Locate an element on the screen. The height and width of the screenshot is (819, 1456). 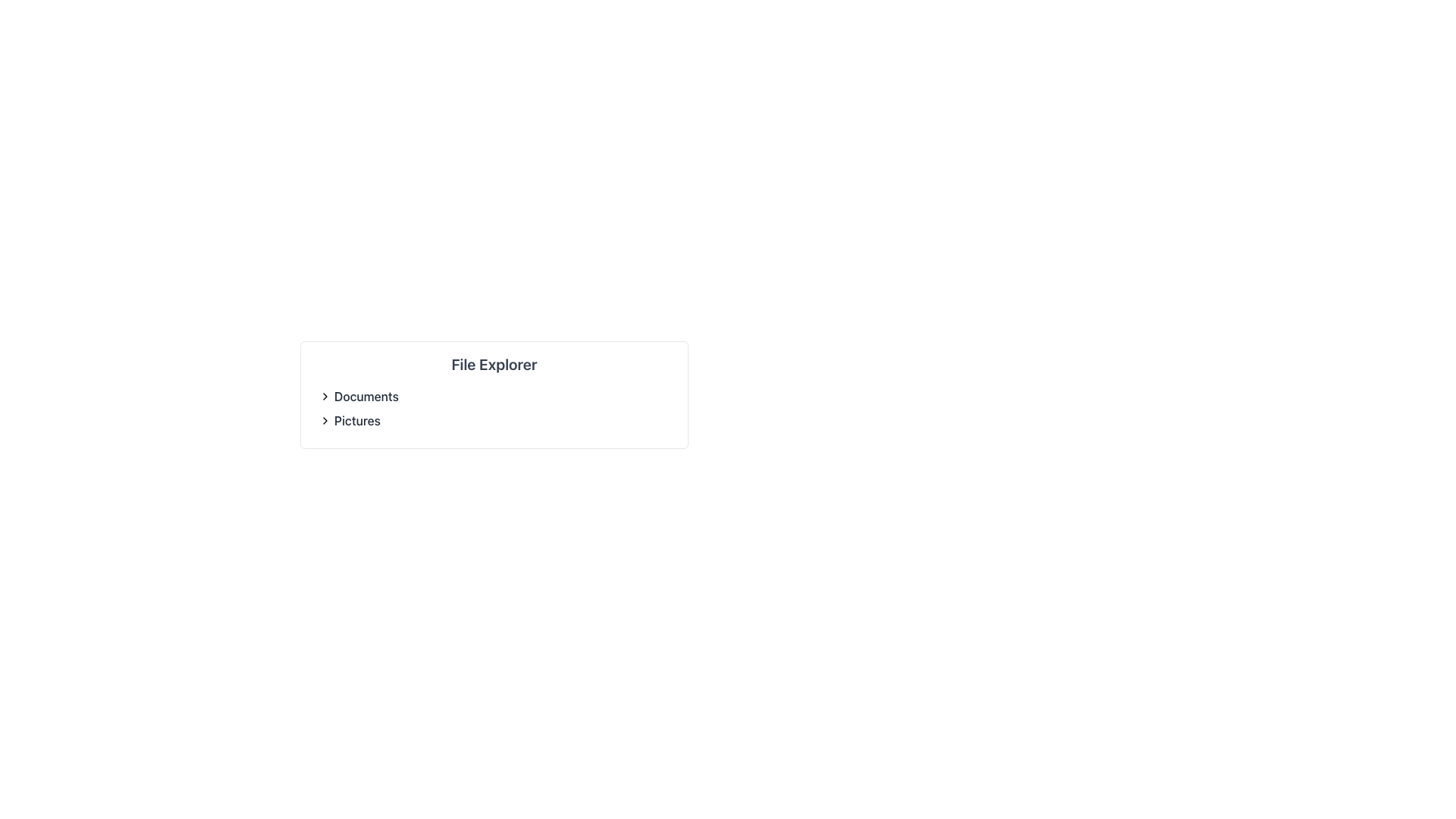
the 'Pictures' label, which is styled in dark gray and bold, located below the 'Documents' label in the file navigation interface is located at coordinates (356, 421).